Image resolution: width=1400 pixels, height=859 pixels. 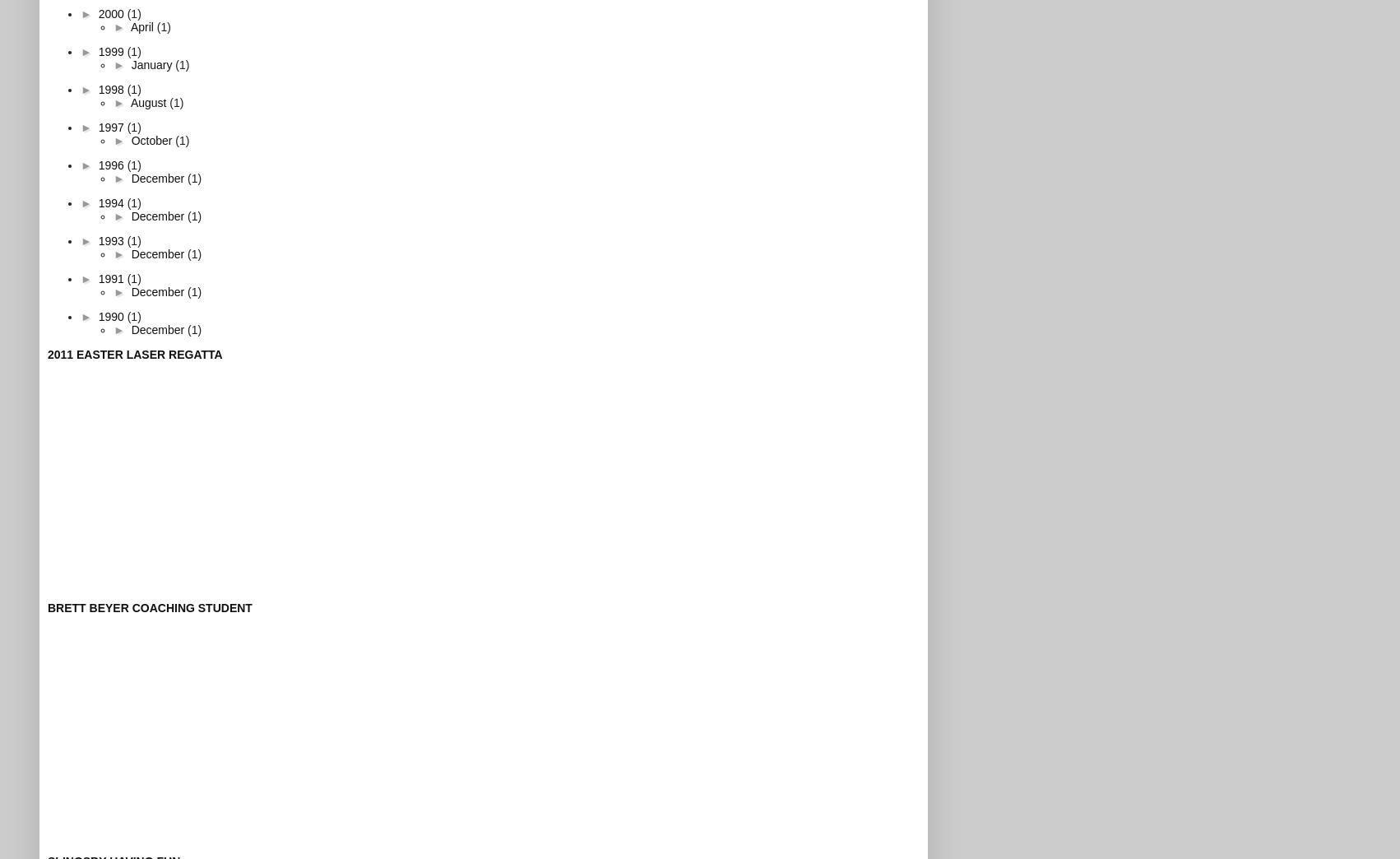 I want to click on '2000', so click(x=112, y=12).